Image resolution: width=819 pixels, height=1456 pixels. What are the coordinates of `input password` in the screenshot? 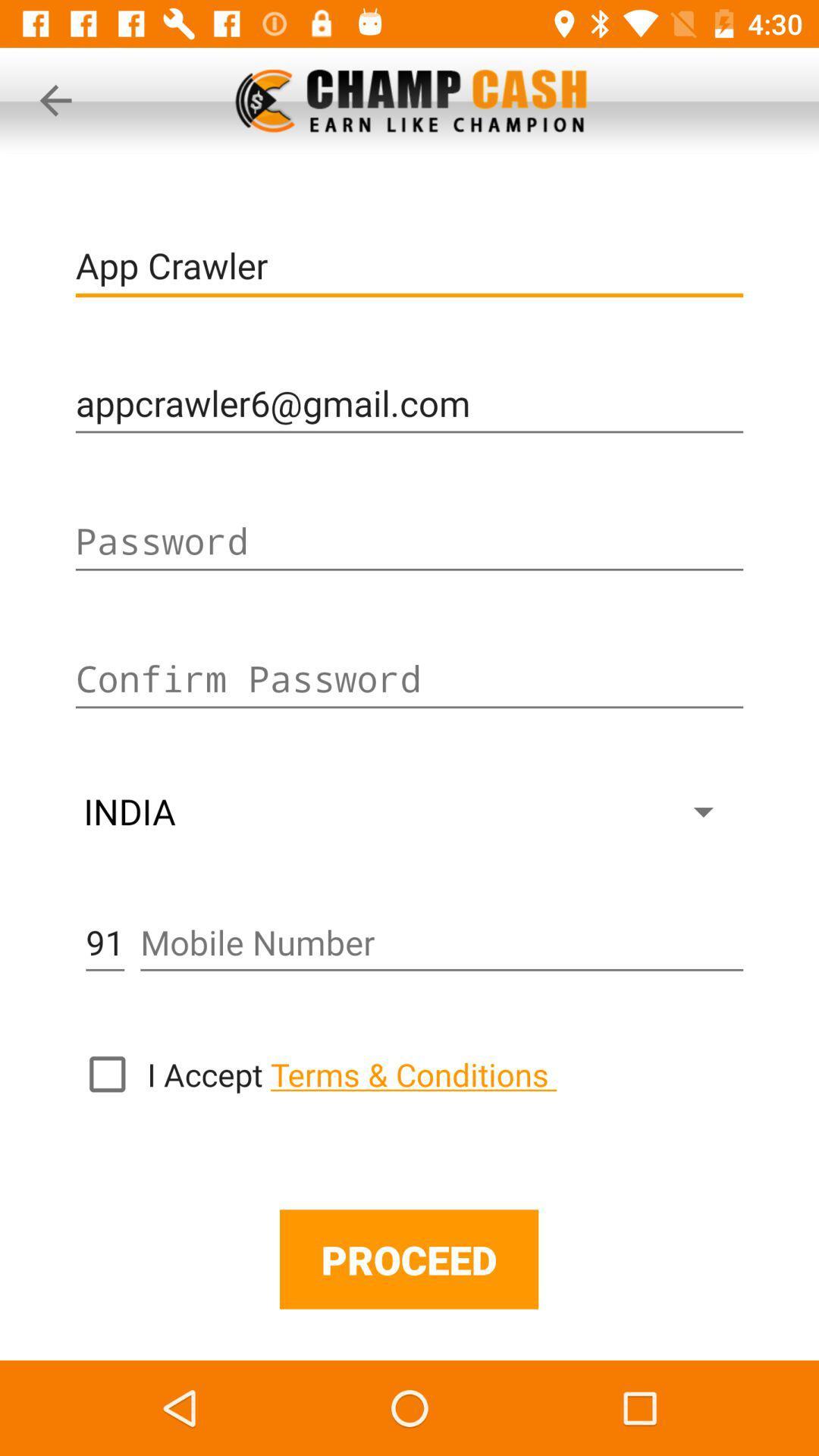 It's located at (409, 541).